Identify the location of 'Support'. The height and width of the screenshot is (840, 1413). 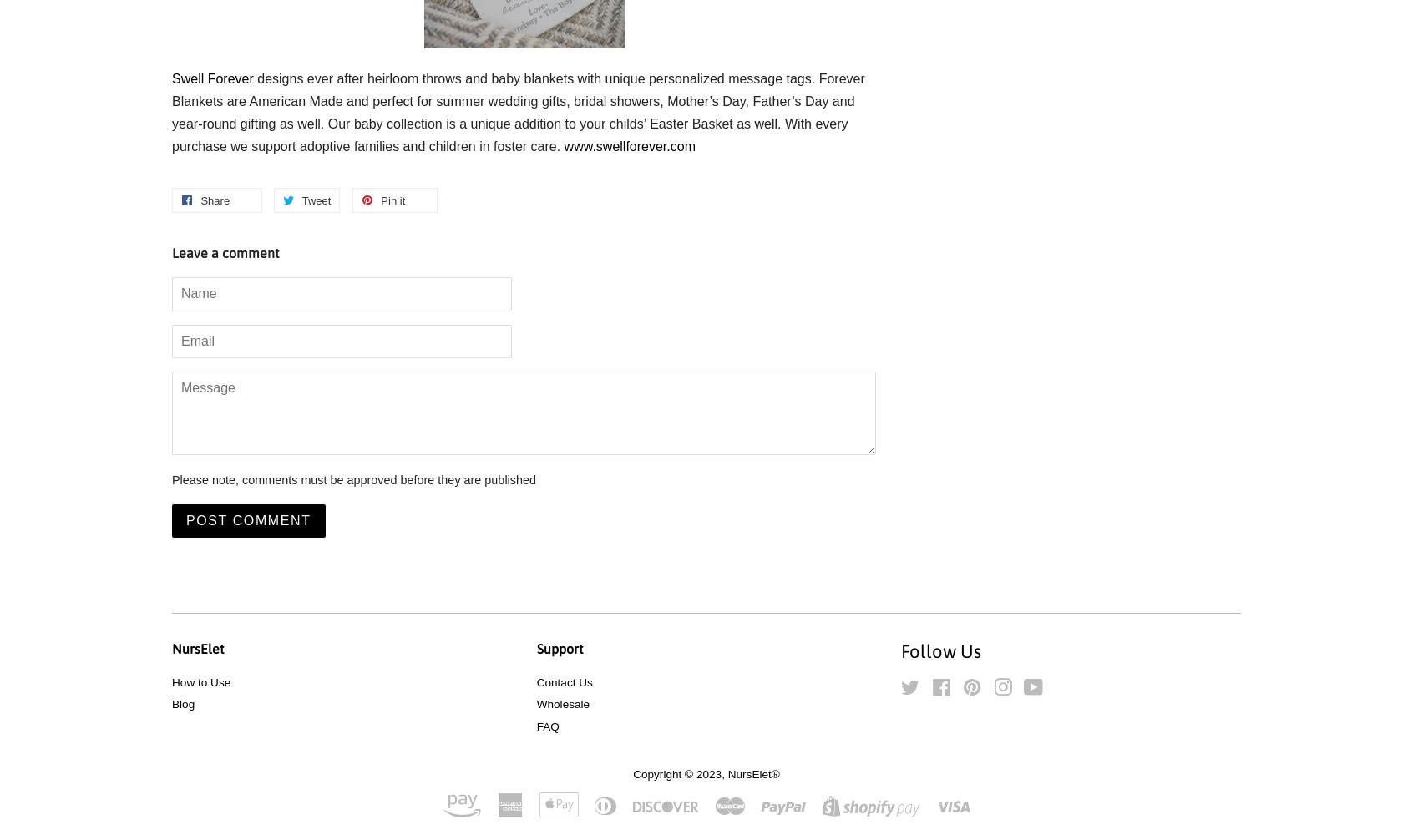
(559, 648).